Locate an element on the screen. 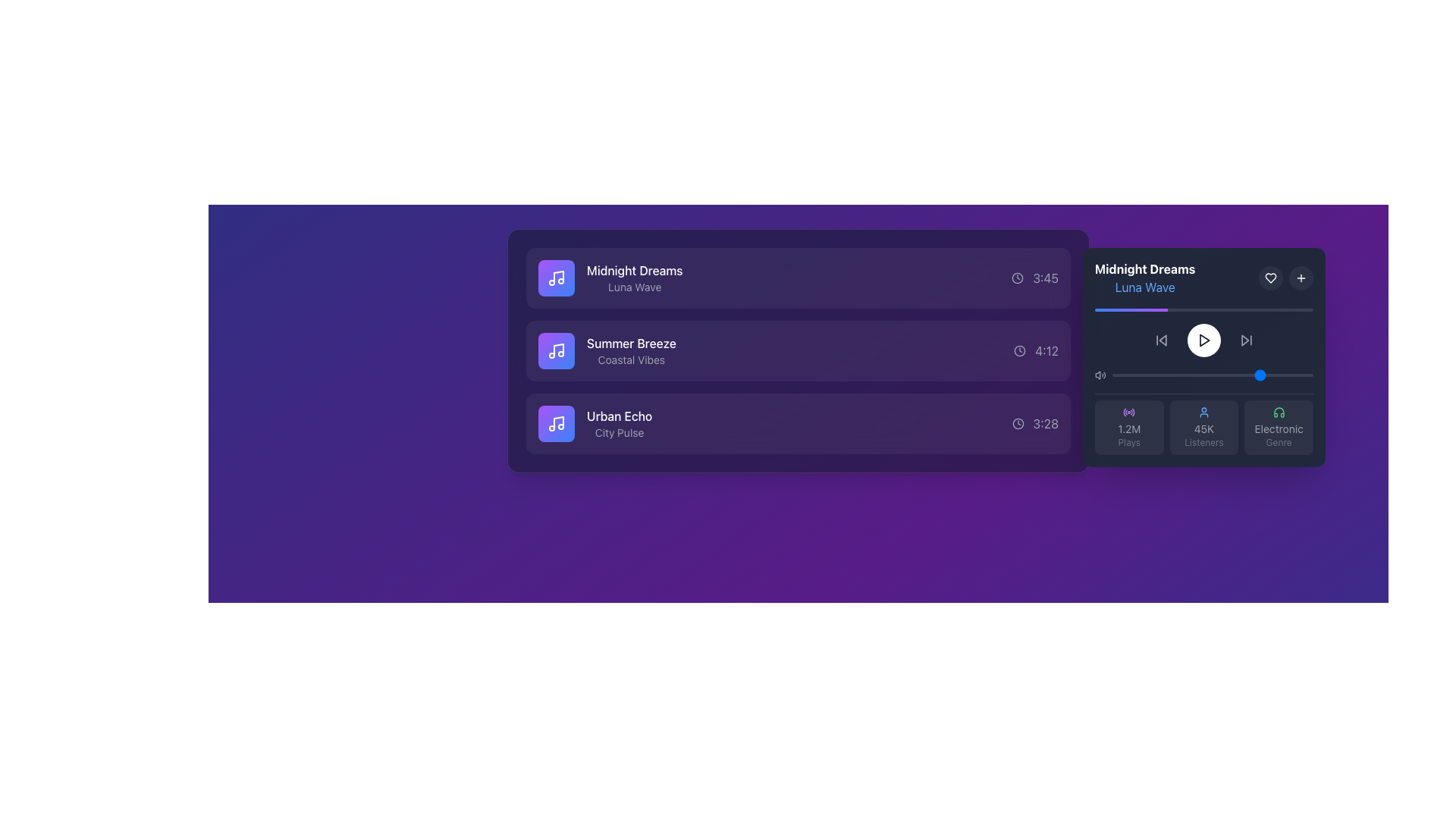  the user statistics icon located in the bottom right corner of the interface, positioned above the text '45K' and 'Listeners' is located at coordinates (1203, 412).